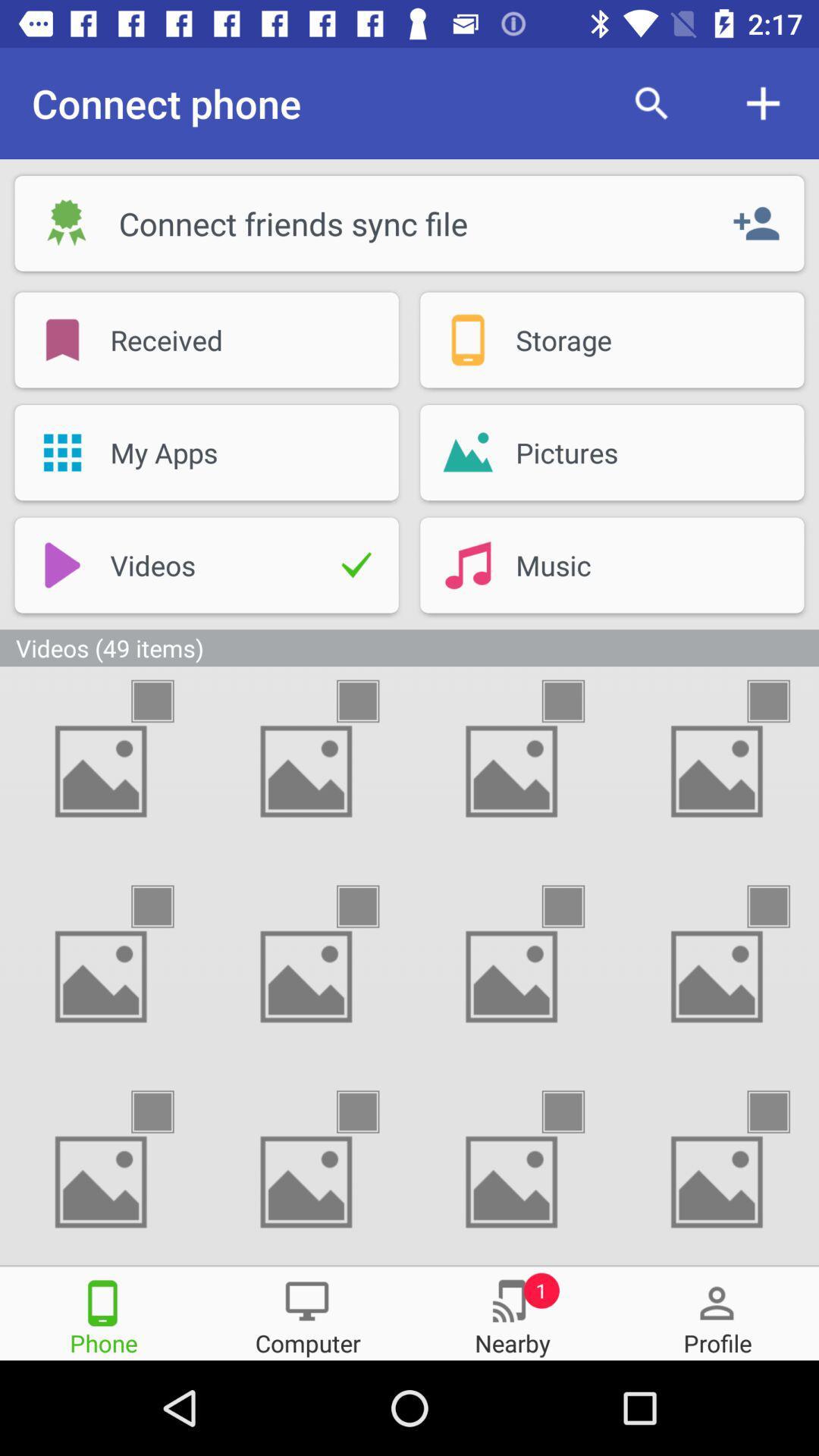  Describe the element at coordinates (782, 700) in the screenshot. I see `the videos` at that location.